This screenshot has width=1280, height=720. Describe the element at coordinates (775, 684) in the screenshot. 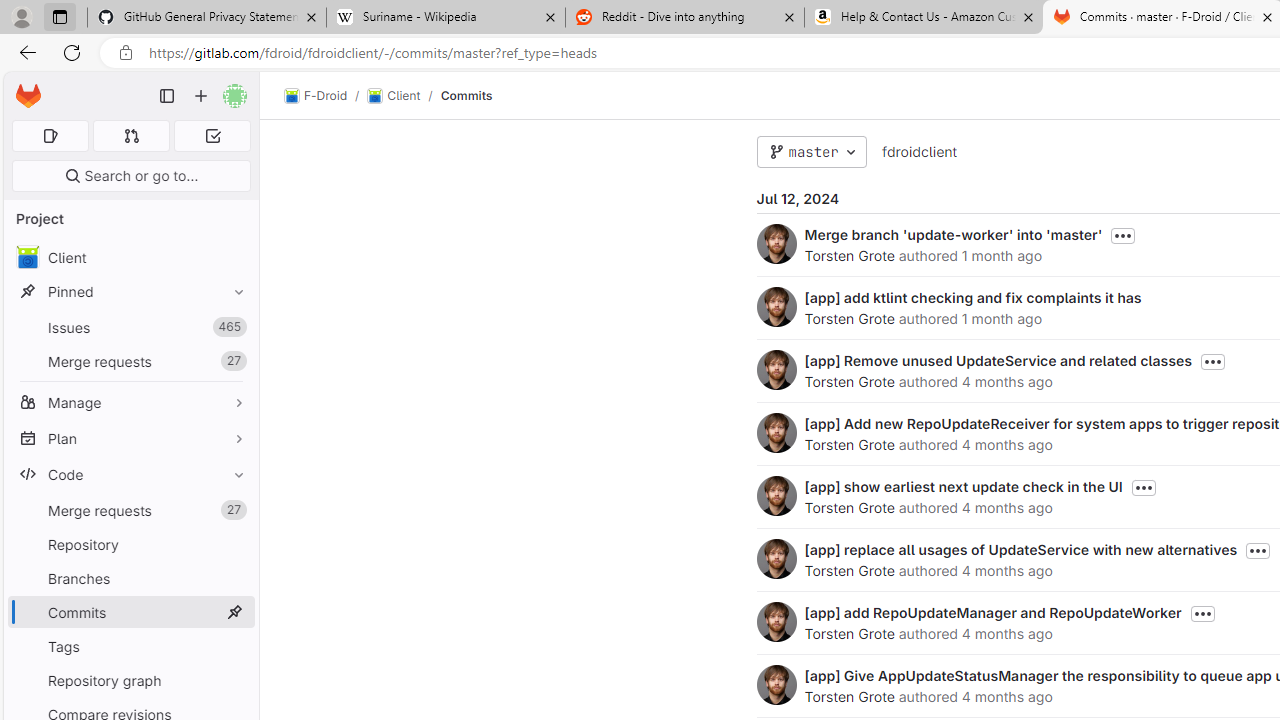

I see `'Torsten Grote'` at that location.